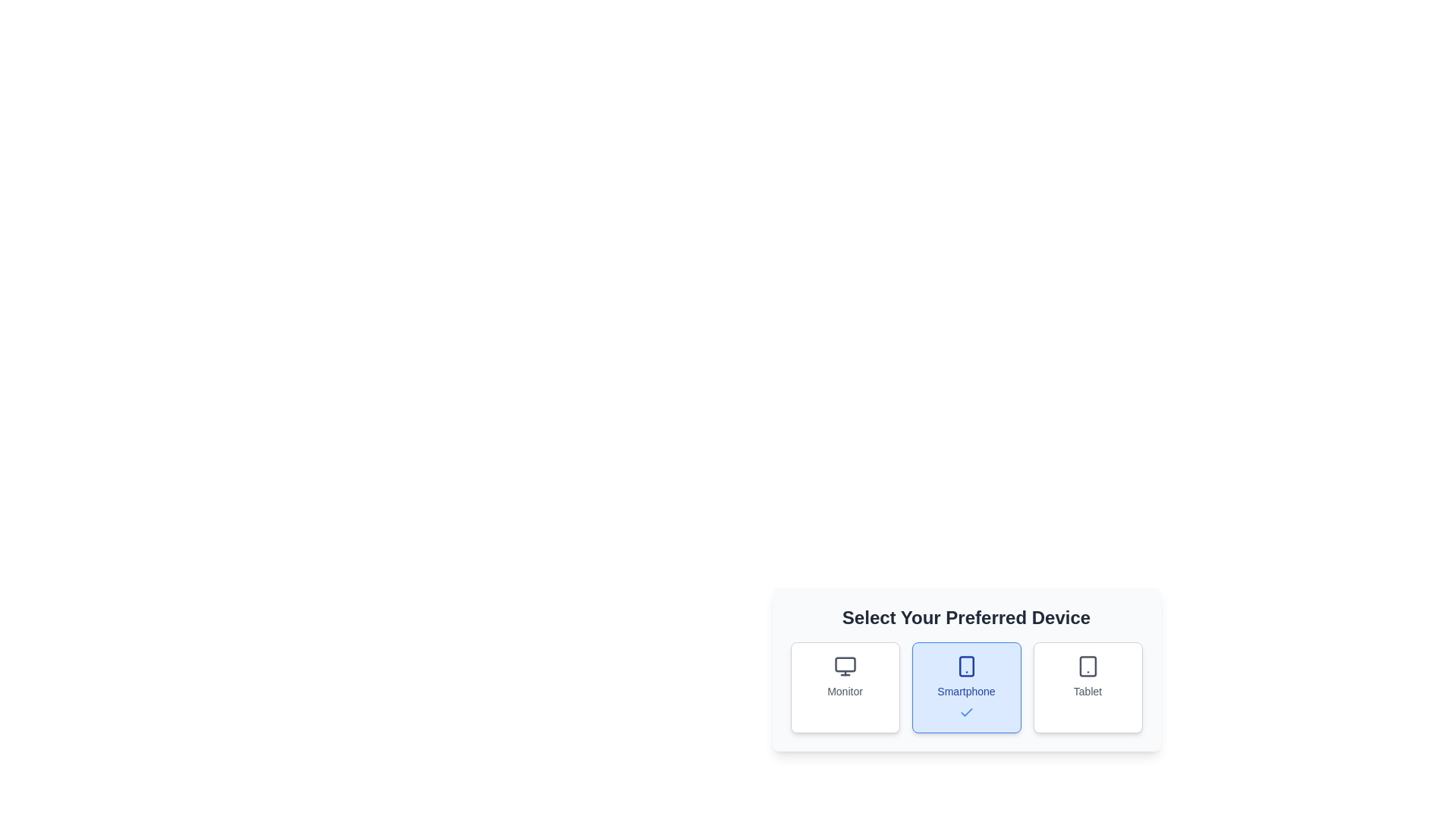 The width and height of the screenshot is (1456, 819). Describe the element at coordinates (965, 712) in the screenshot. I see `the checkmark icon with a blue outline located within the 'Smartphone' selection button` at that location.